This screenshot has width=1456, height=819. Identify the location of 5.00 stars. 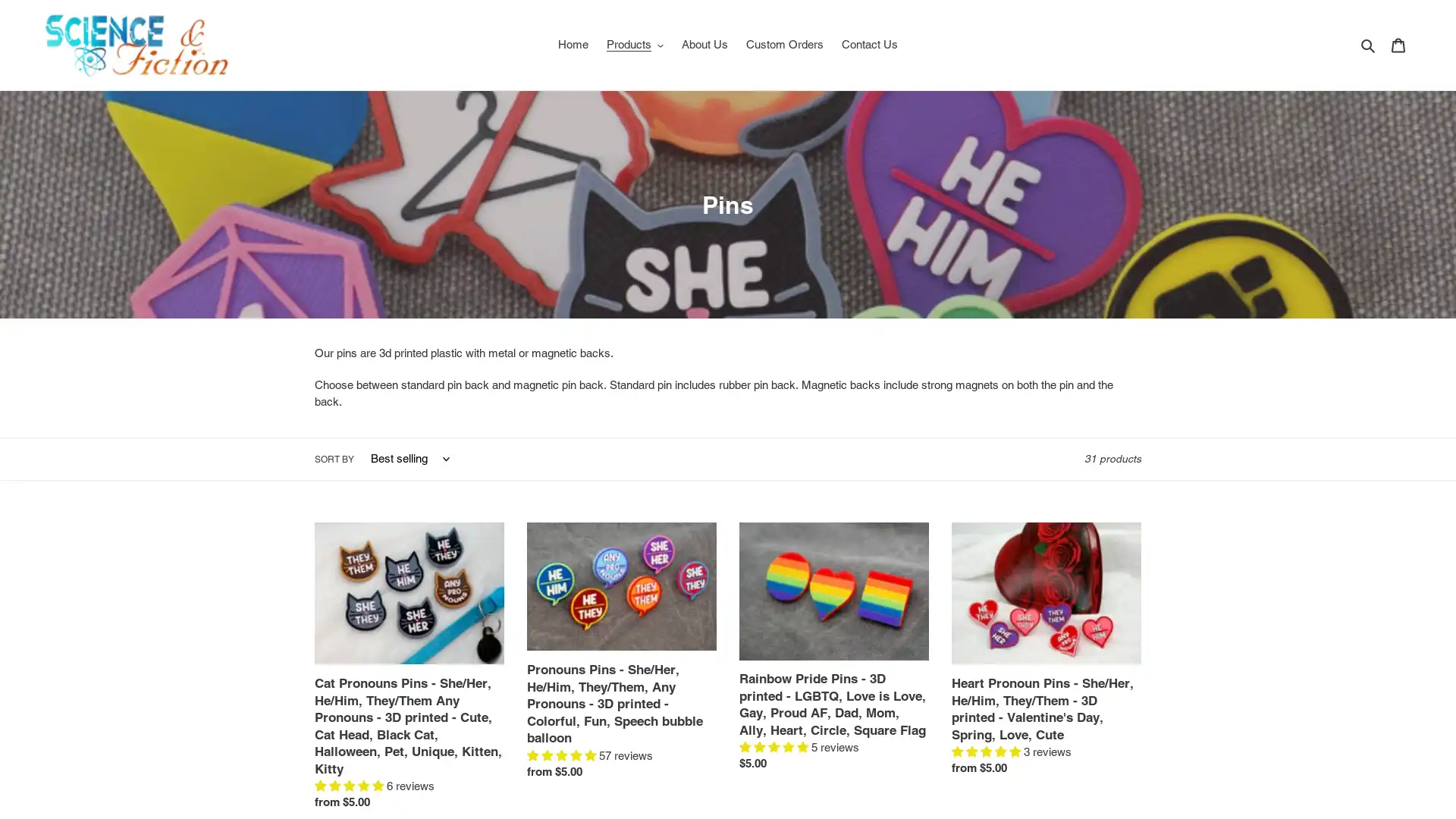
(987, 752).